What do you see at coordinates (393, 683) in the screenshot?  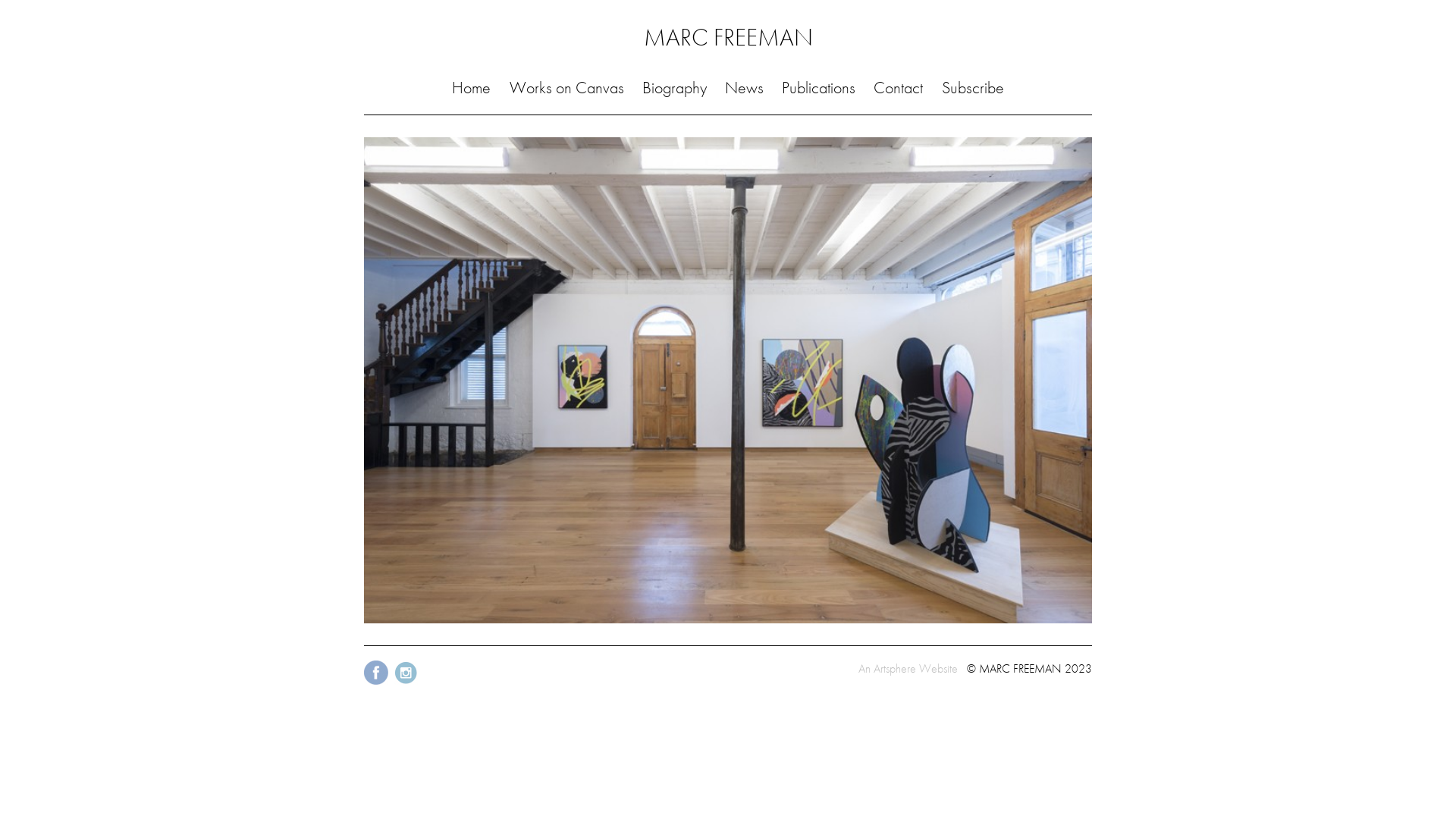 I see `'Instagram'` at bounding box center [393, 683].